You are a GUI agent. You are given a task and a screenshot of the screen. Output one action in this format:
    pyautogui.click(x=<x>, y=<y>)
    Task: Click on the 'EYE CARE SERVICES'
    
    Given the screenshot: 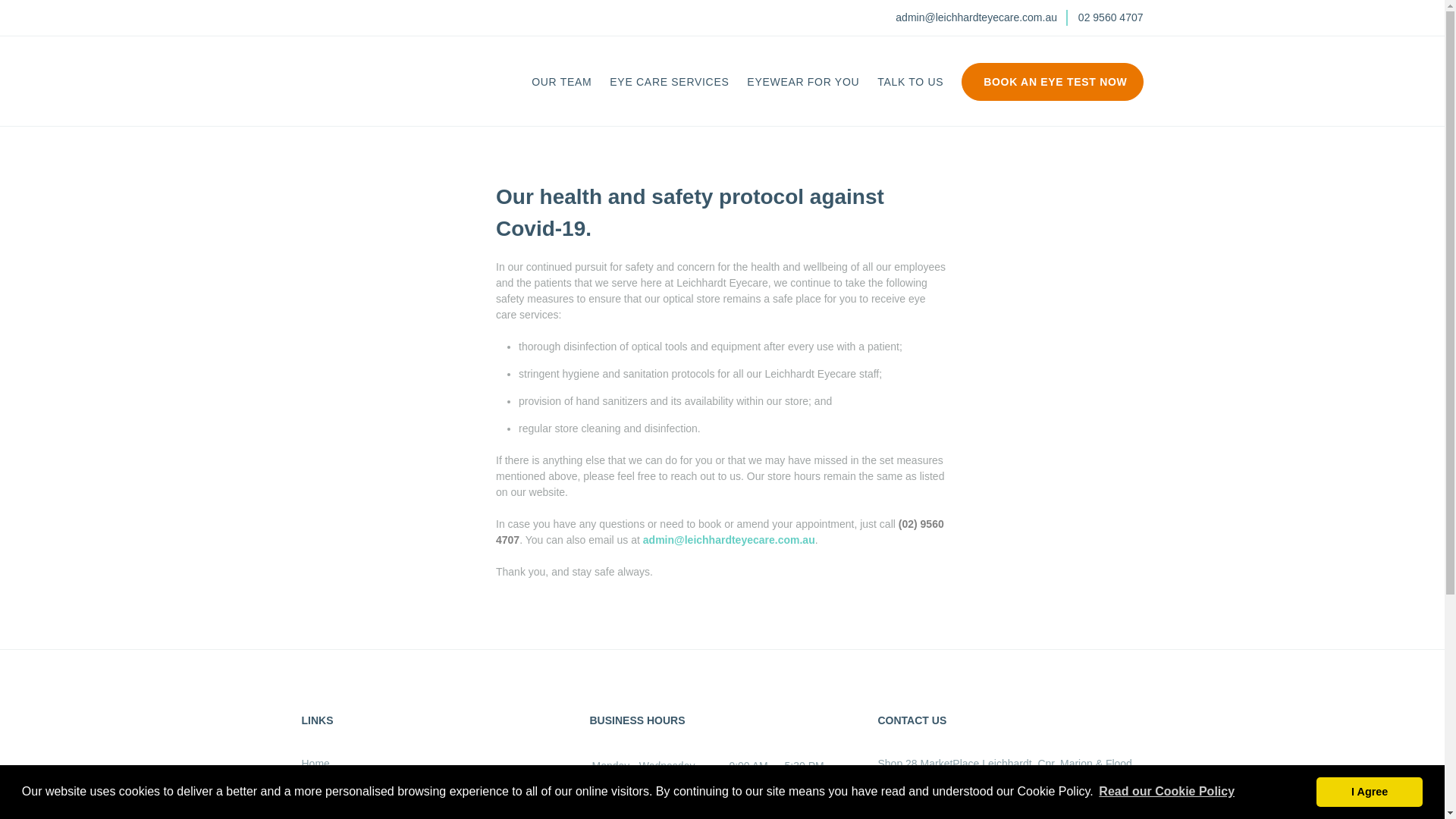 What is the action you would take?
    pyautogui.click(x=668, y=82)
    